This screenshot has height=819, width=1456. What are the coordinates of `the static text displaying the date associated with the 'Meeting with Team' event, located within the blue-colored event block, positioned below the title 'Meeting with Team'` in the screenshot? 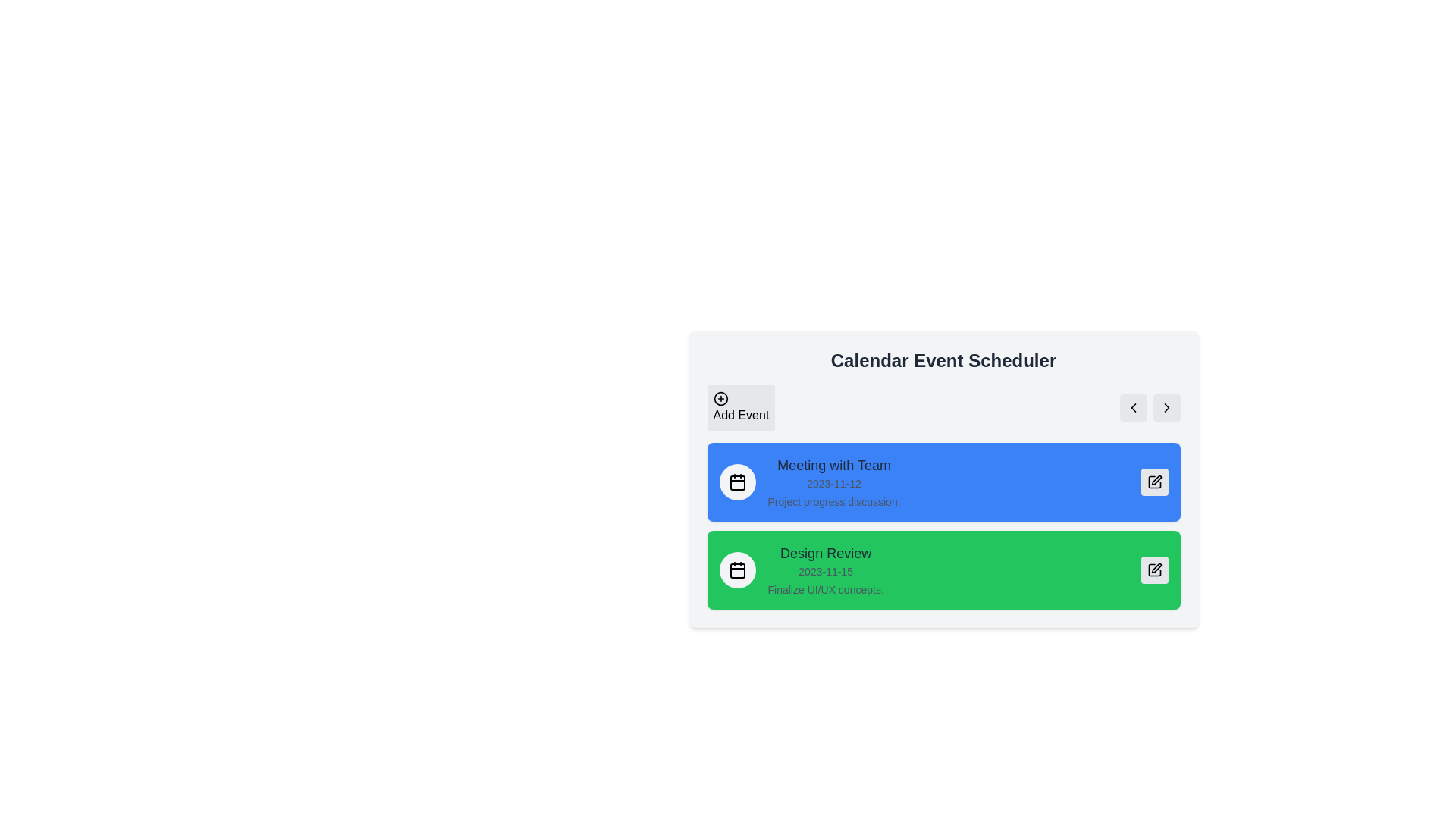 It's located at (833, 483).